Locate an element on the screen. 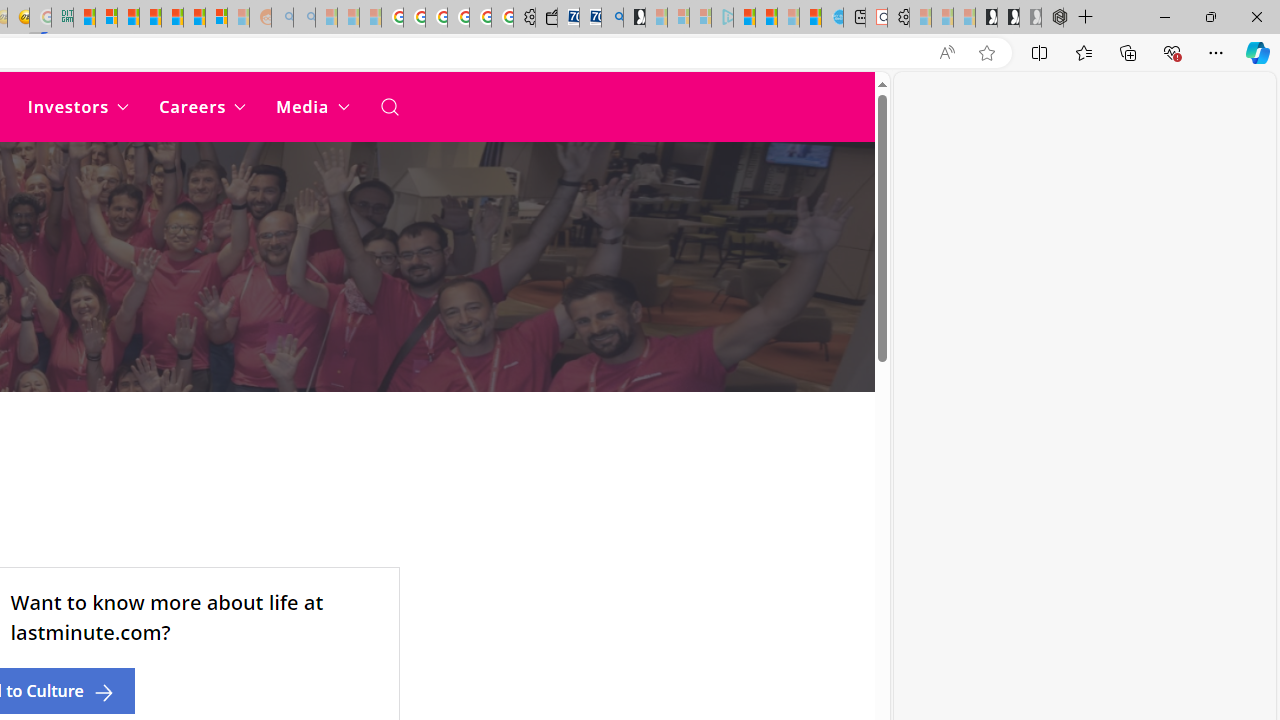 The height and width of the screenshot is (720, 1280). 'Microsoft account | Privacy' is located at coordinates (105, 17).